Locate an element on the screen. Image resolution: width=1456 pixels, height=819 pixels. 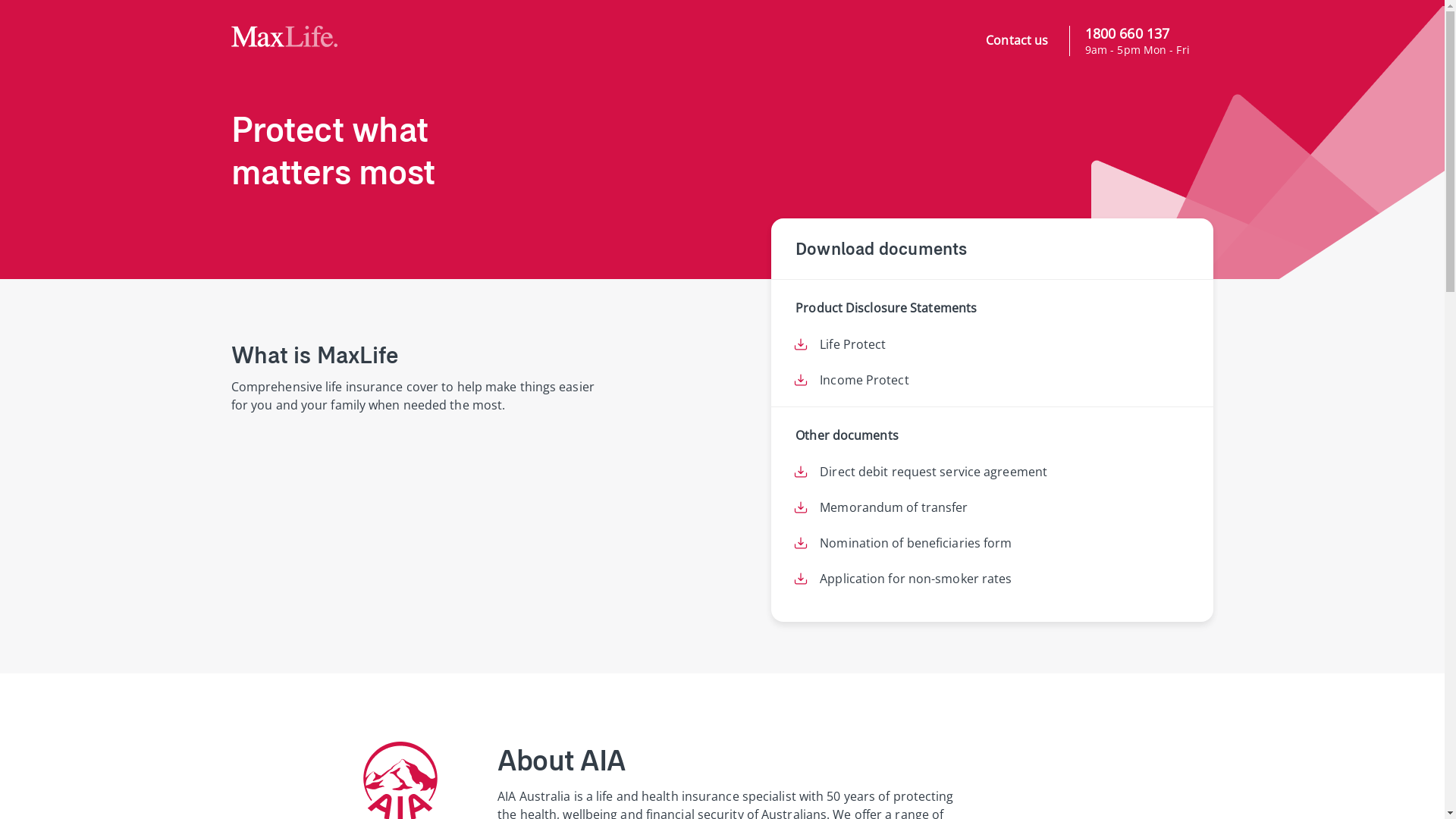
'Nomination of beneficiaries form' is located at coordinates (915, 542).